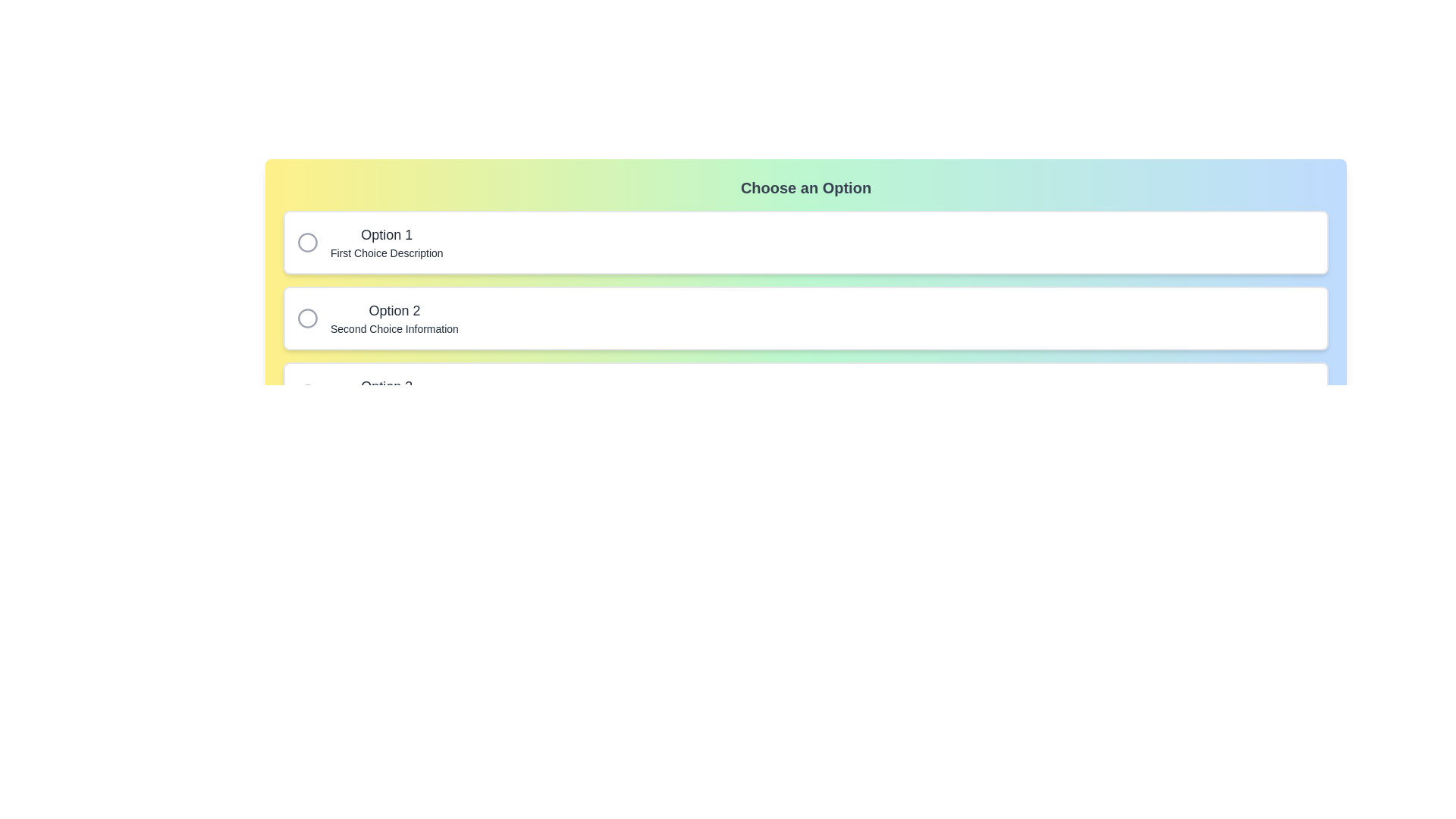  Describe the element at coordinates (387, 253) in the screenshot. I see `the text label displaying 'First Choice Description' located below 'Option 1' in the first option card` at that location.